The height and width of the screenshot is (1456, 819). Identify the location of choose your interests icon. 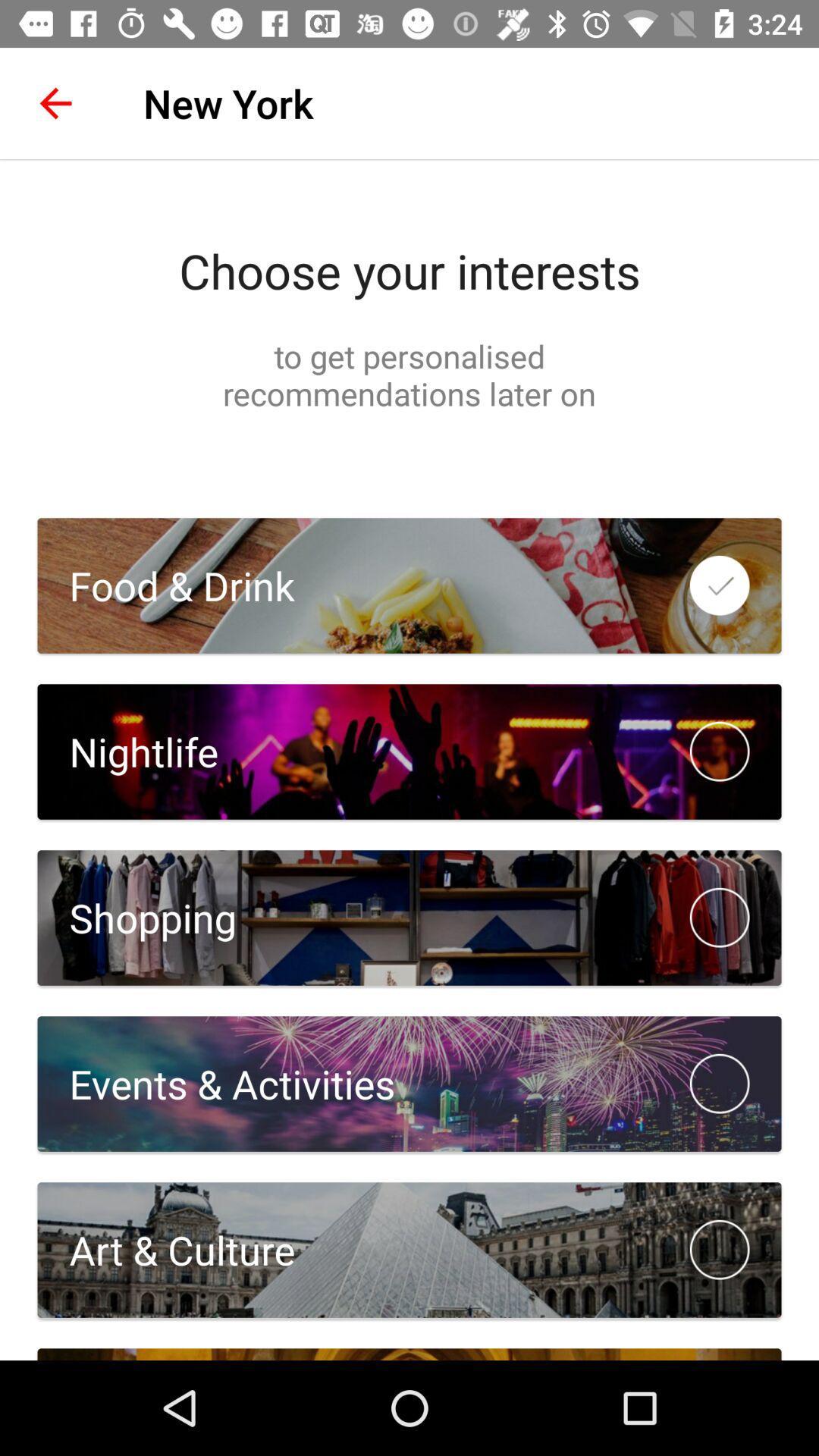
(409, 270).